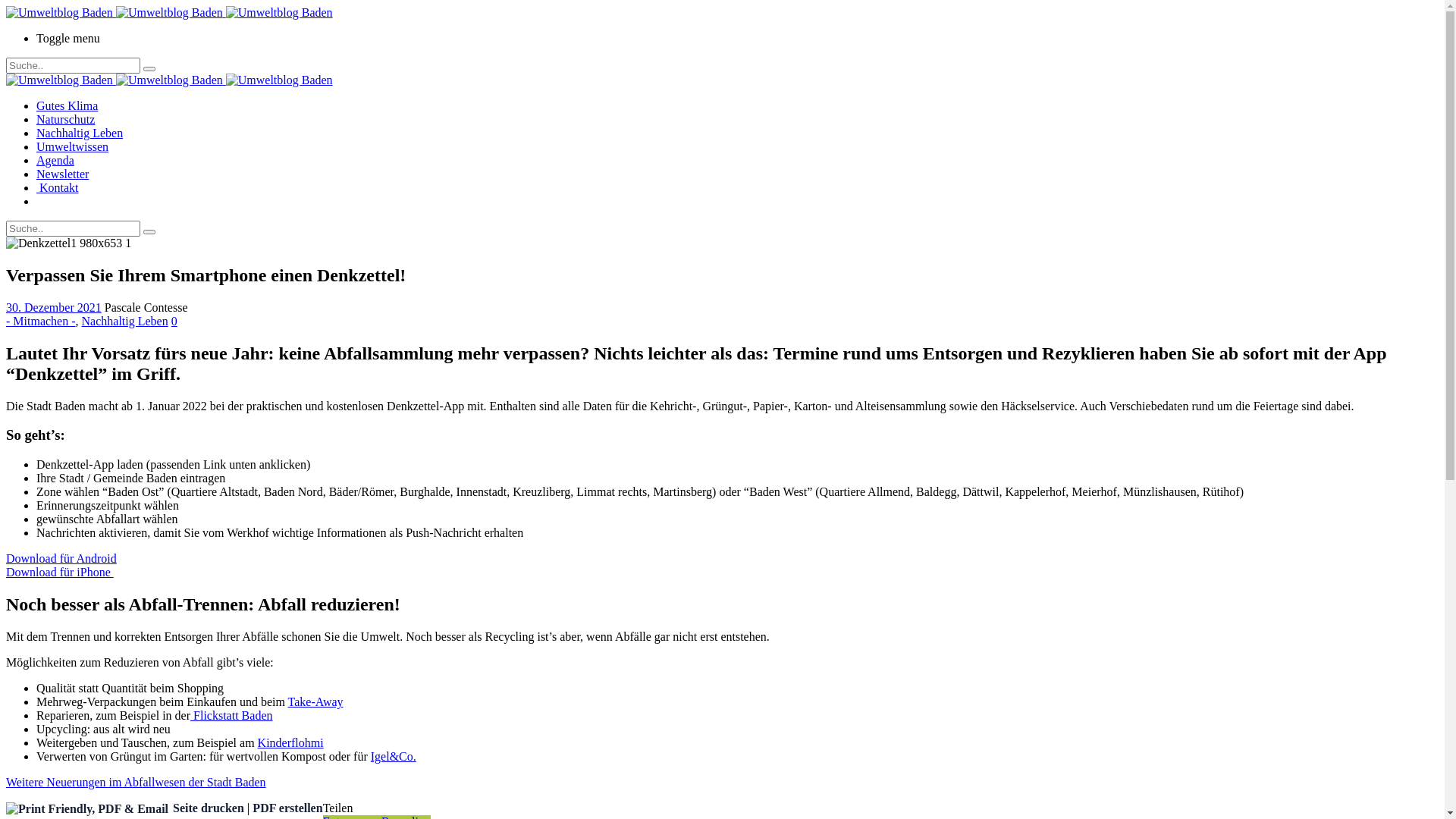 This screenshot has height=819, width=1456. I want to click on ' Kontakt', so click(58, 187).